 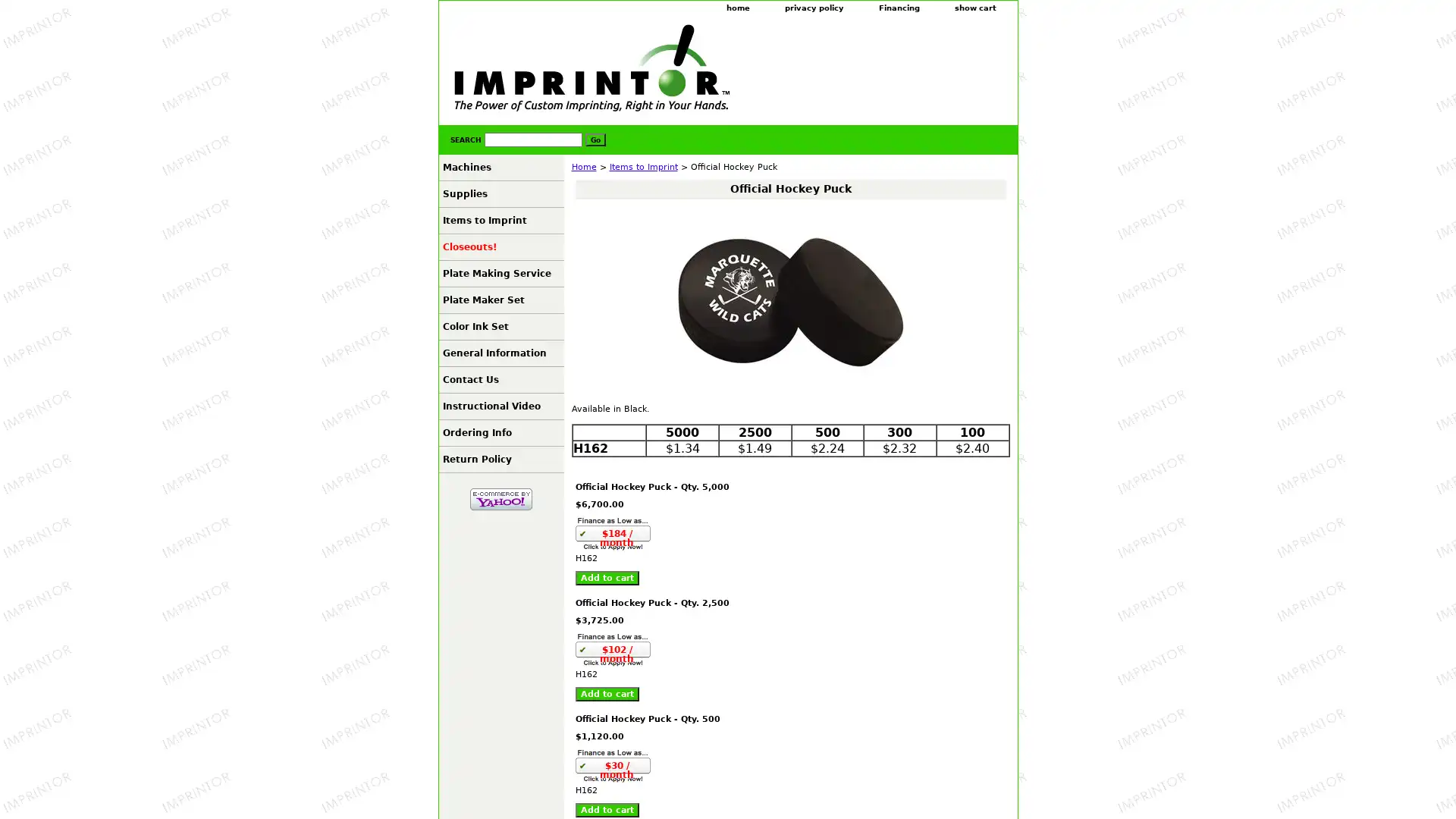 What do you see at coordinates (607, 694) in the screenshot?
I see `Add to cart` at bounding box center [607, 694].